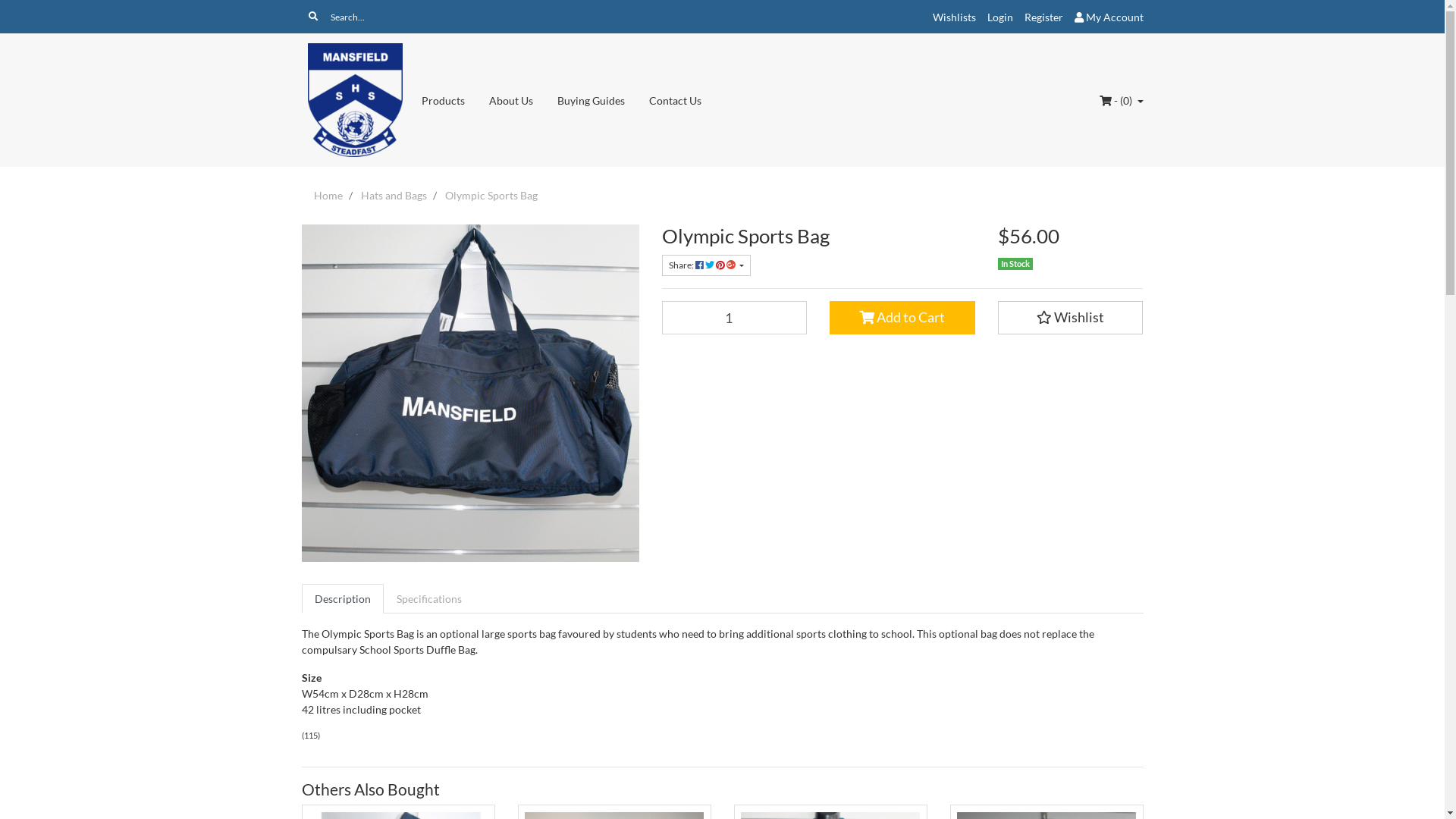 This screenshot has width=1456, height=819. What do you see at coordinates (1069, 317) in the screenshot?
I see `'Wishlist'` at bounding box center [1069, 317].